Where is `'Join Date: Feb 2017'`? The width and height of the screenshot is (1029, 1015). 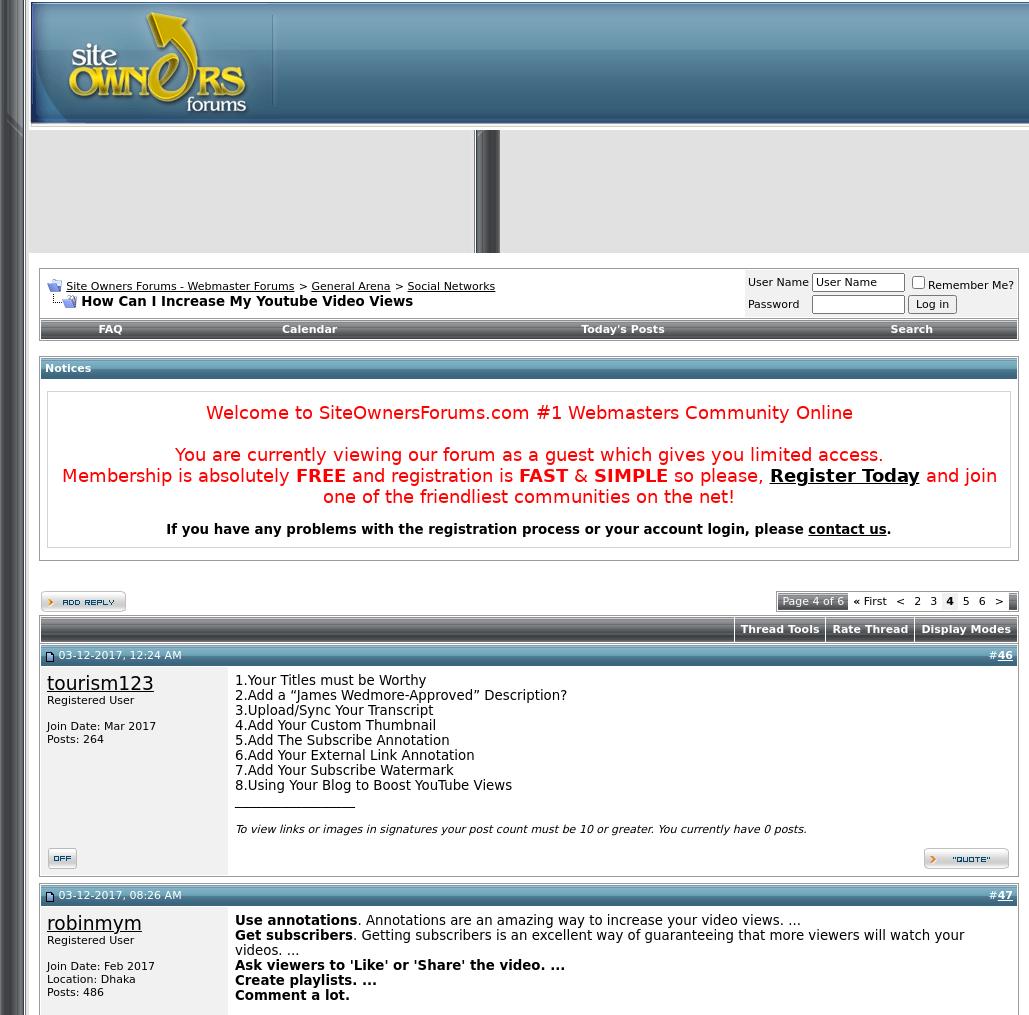 'Join Date: Feb 2017' is located at coordinates (99, 966).